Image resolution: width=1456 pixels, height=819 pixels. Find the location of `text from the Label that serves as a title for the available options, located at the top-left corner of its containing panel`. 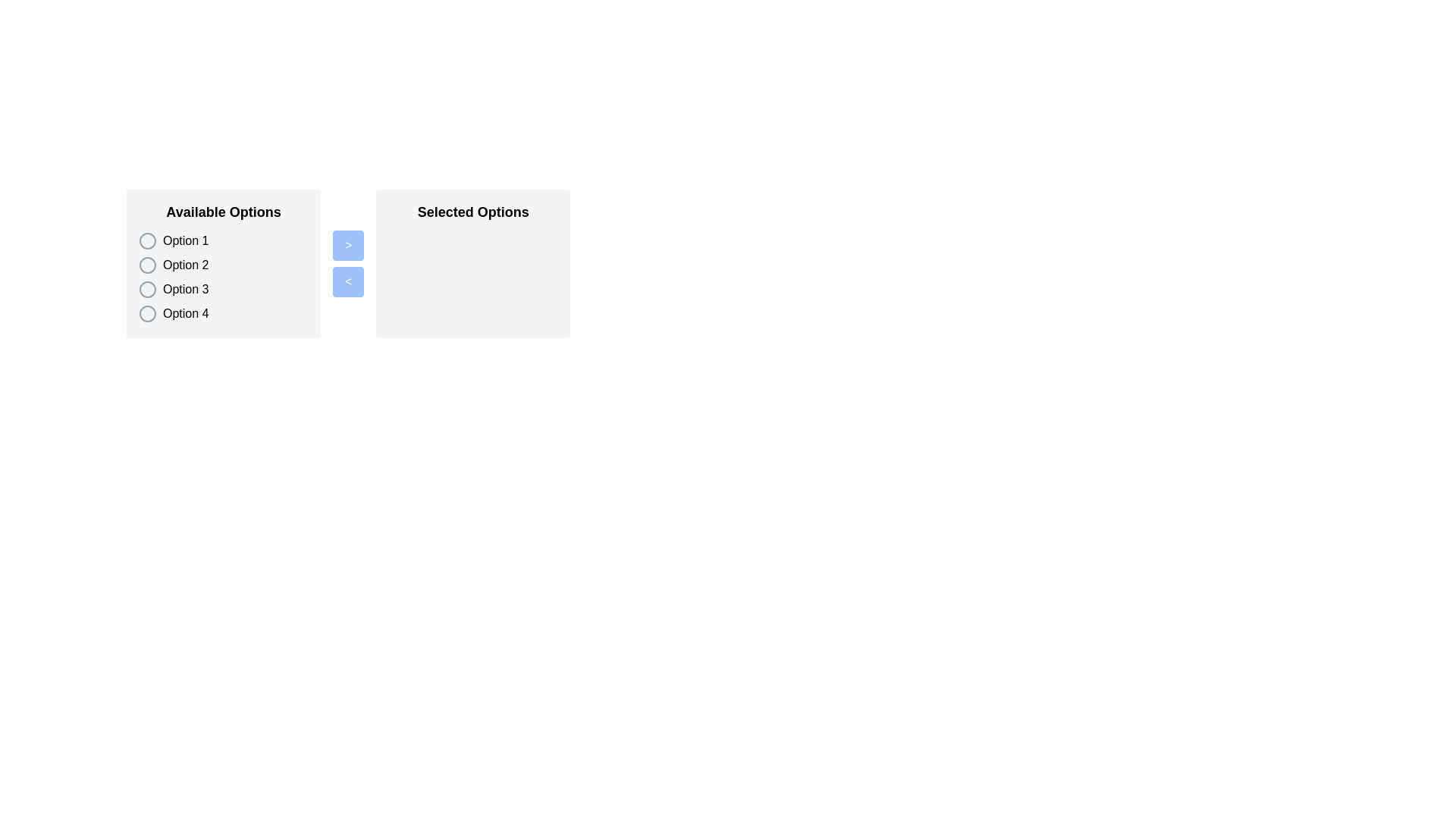

text from the Label that serves as a title for the available options, located at the top-left corner of its containing panel is located at coordinates (222, 212).